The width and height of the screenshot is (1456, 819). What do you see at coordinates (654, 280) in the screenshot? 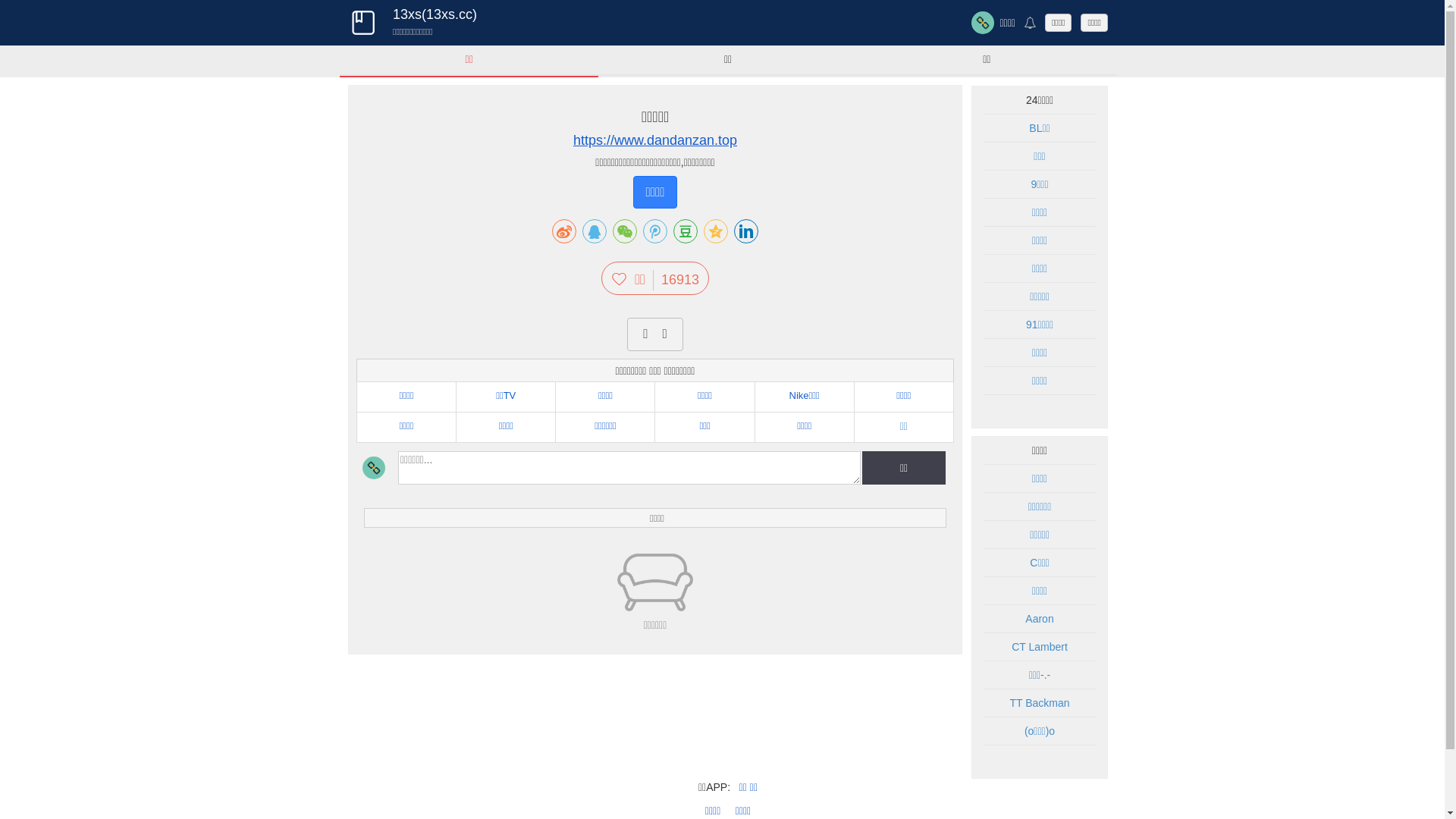
I see `'16913'` at bounding box center [654, 280].